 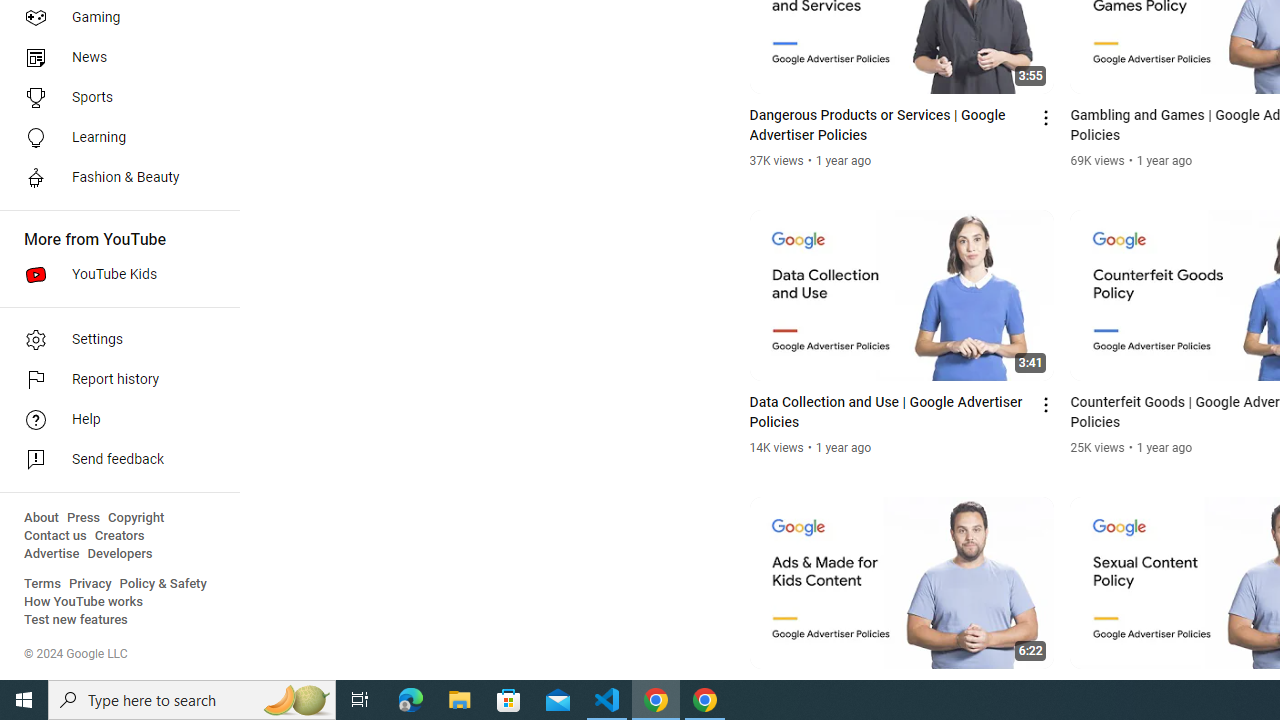 What do you see at coordinates (42, 584) in the screenshot?
I see `'Terms'` at bounding box center [42, 584].